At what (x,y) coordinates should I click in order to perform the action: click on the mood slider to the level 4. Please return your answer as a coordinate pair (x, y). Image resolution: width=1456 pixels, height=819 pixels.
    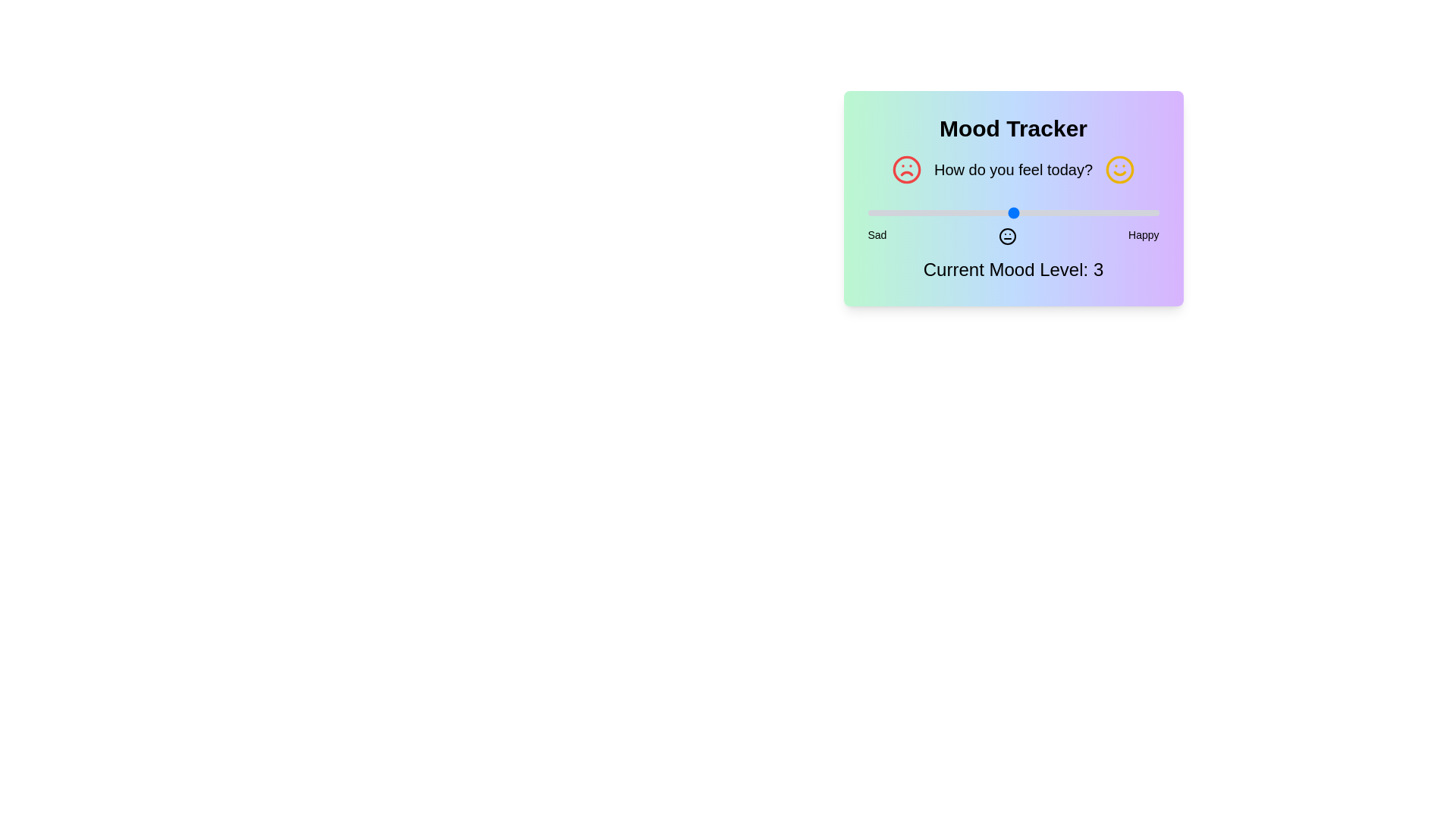
    Looking at the image, I should click on (1085, 213).